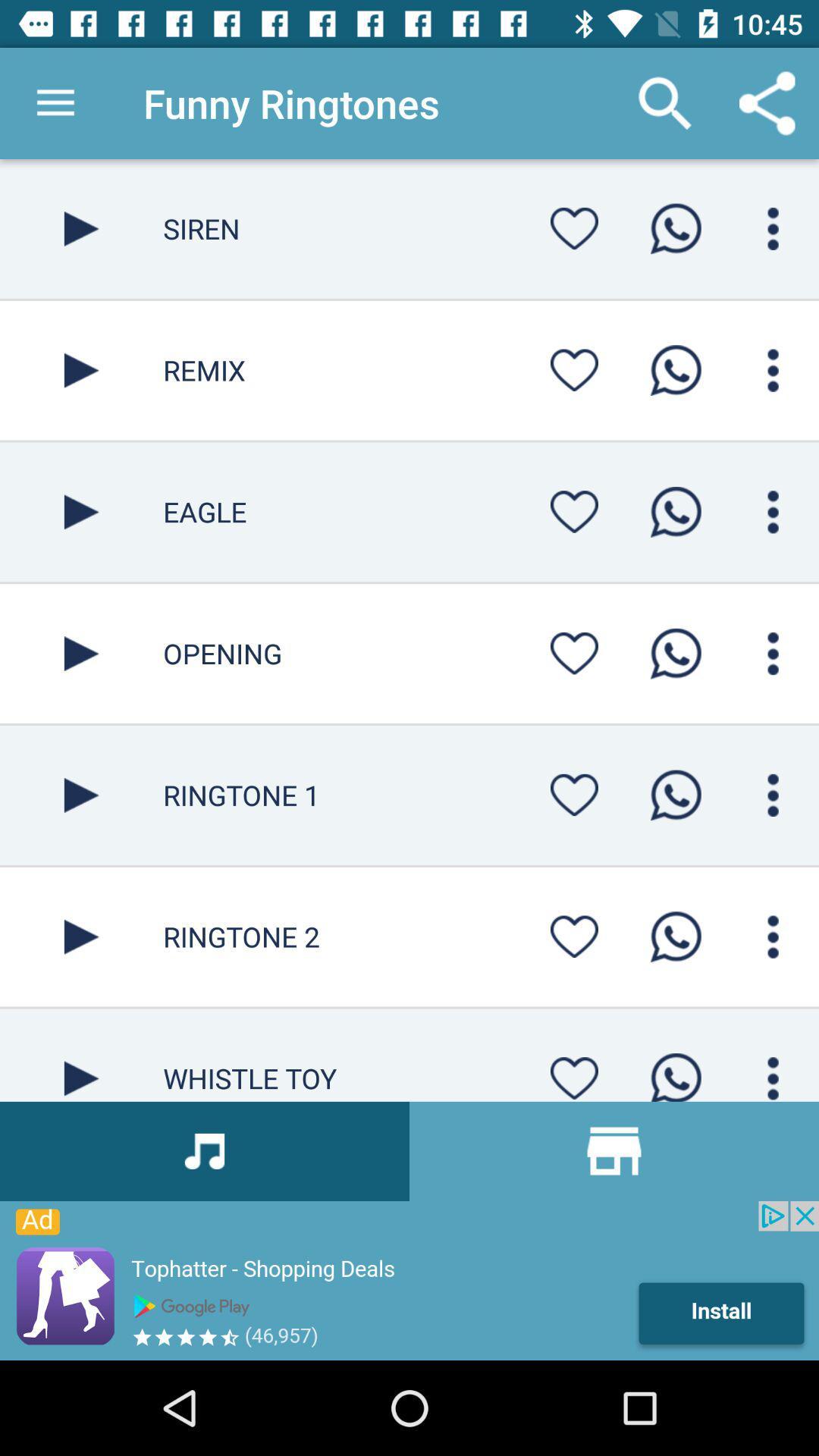  Describe the element at coordinates (773, 654) in the screenshot. I see `more details` at that location.